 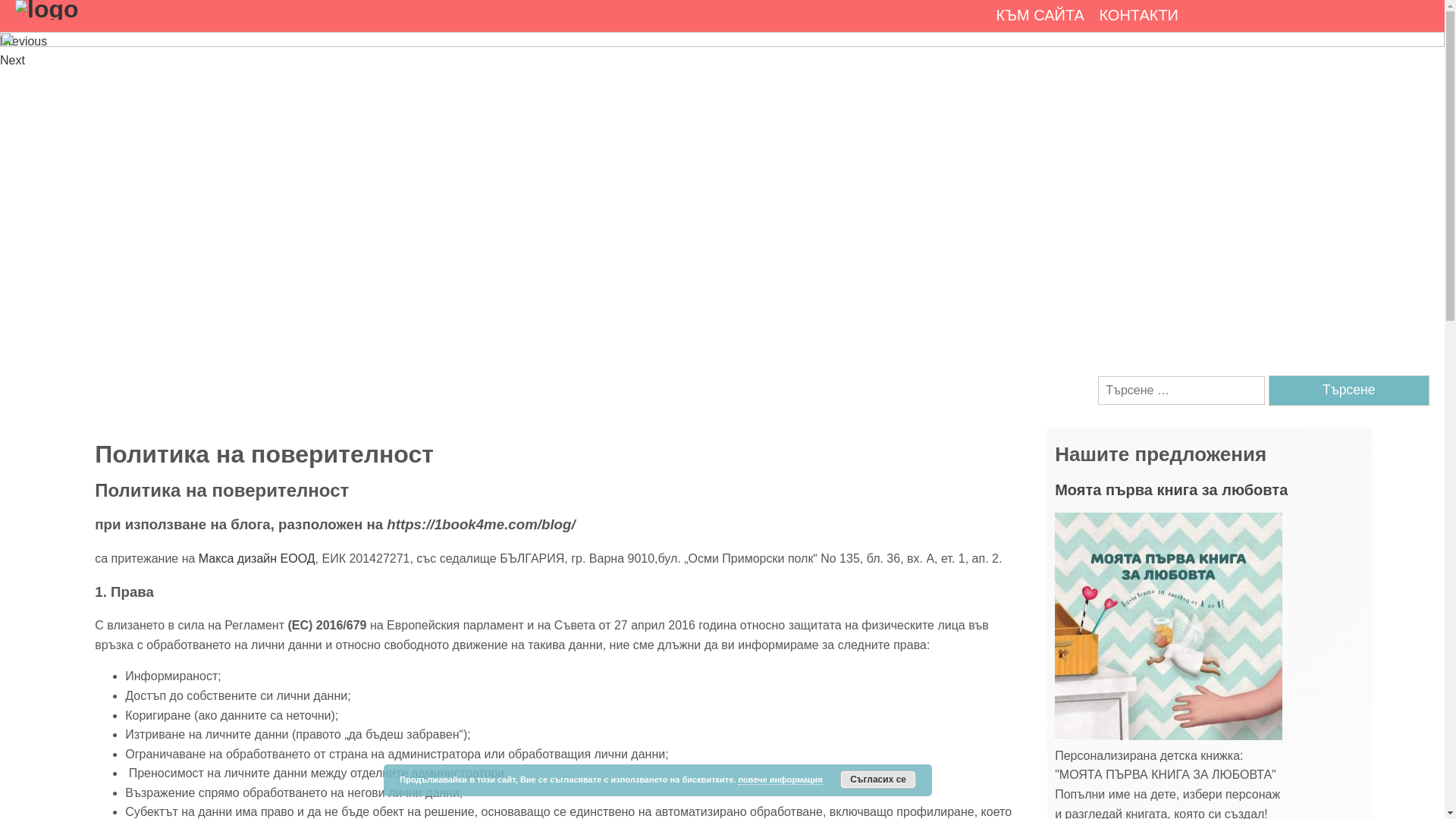 I want to click on 'Previous', so click(x=0, y=40).